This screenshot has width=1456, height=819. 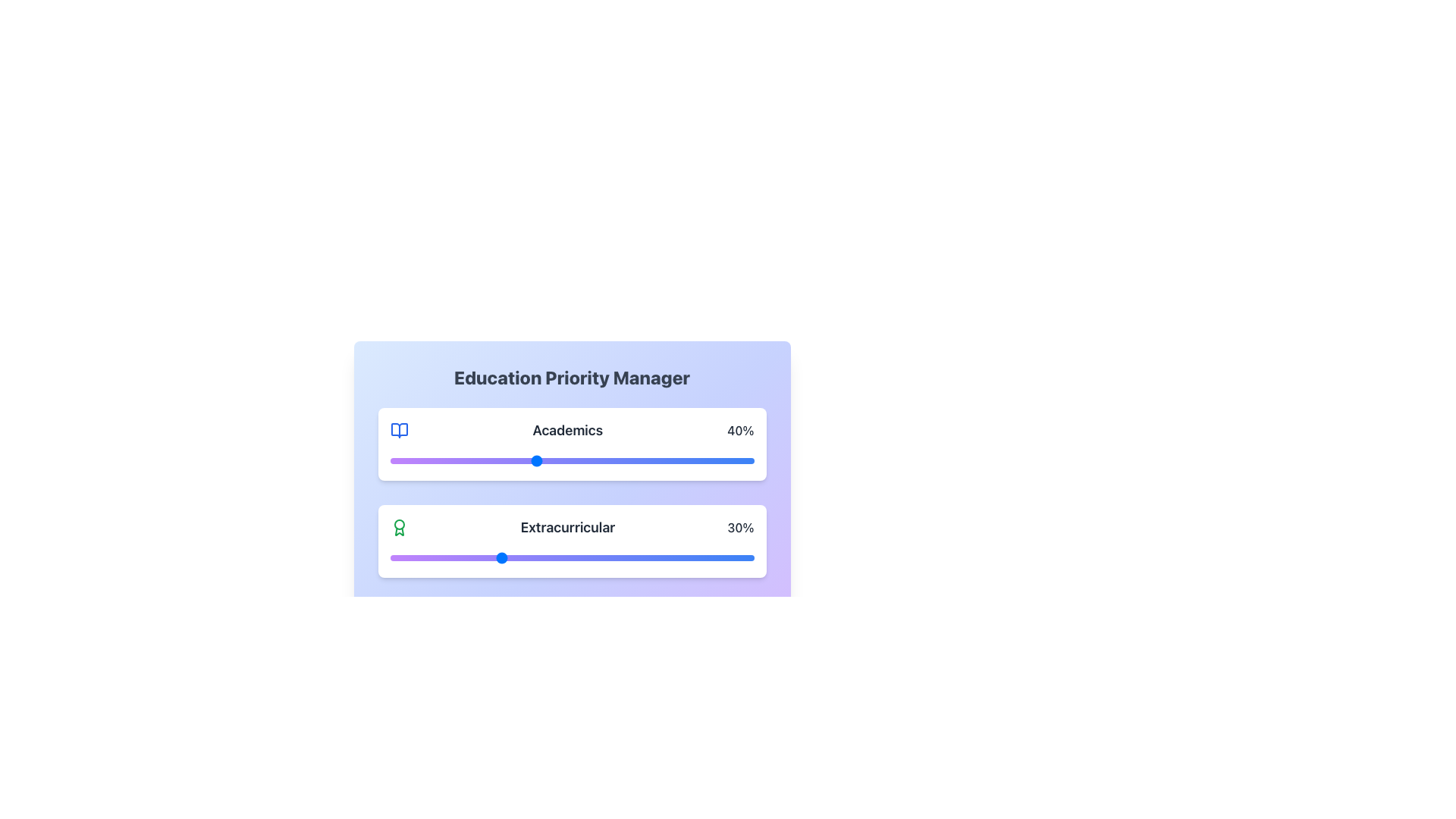 What do you see at coordinates (616, 460) in the screenshot?
I see `the slider value` at bounding box center [616, 460].